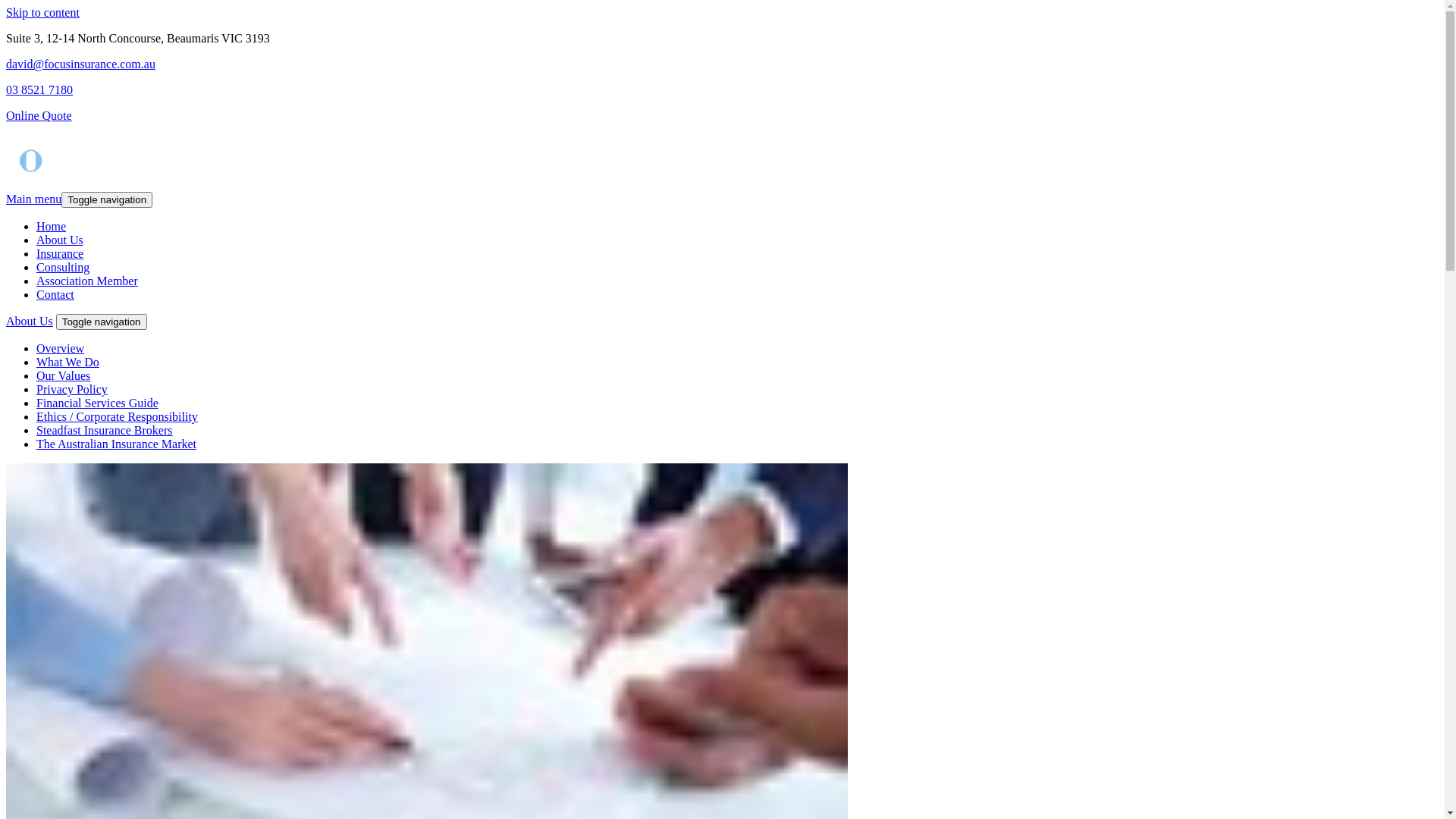 The height and width of the screenshot is (819, 1456). Describe the element at coordinates (36, 375) in the screenshot. I see `'Our Values'` at that location.